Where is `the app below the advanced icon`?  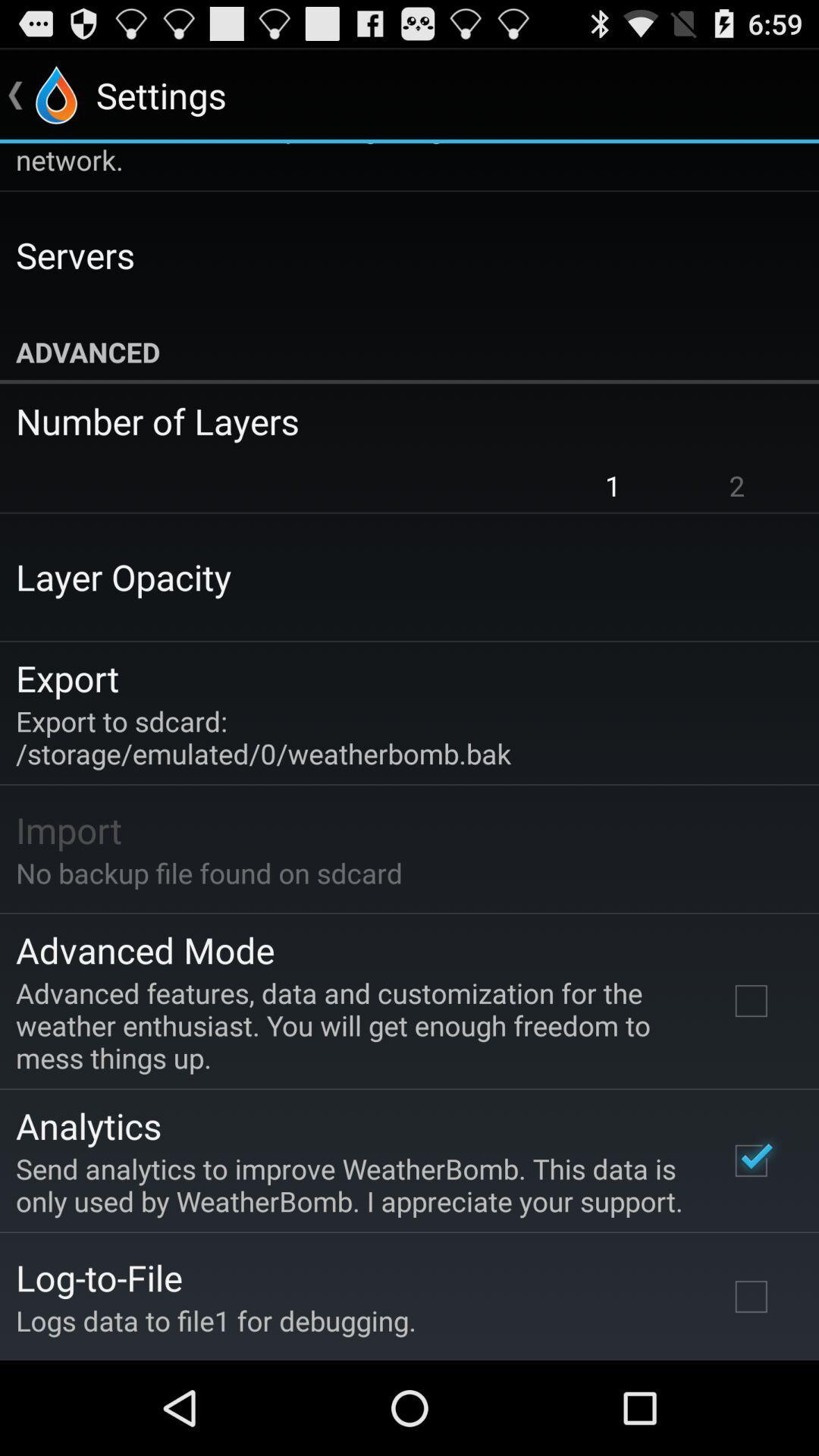 the app below the advanced icon is located at coordinates (398, 421).